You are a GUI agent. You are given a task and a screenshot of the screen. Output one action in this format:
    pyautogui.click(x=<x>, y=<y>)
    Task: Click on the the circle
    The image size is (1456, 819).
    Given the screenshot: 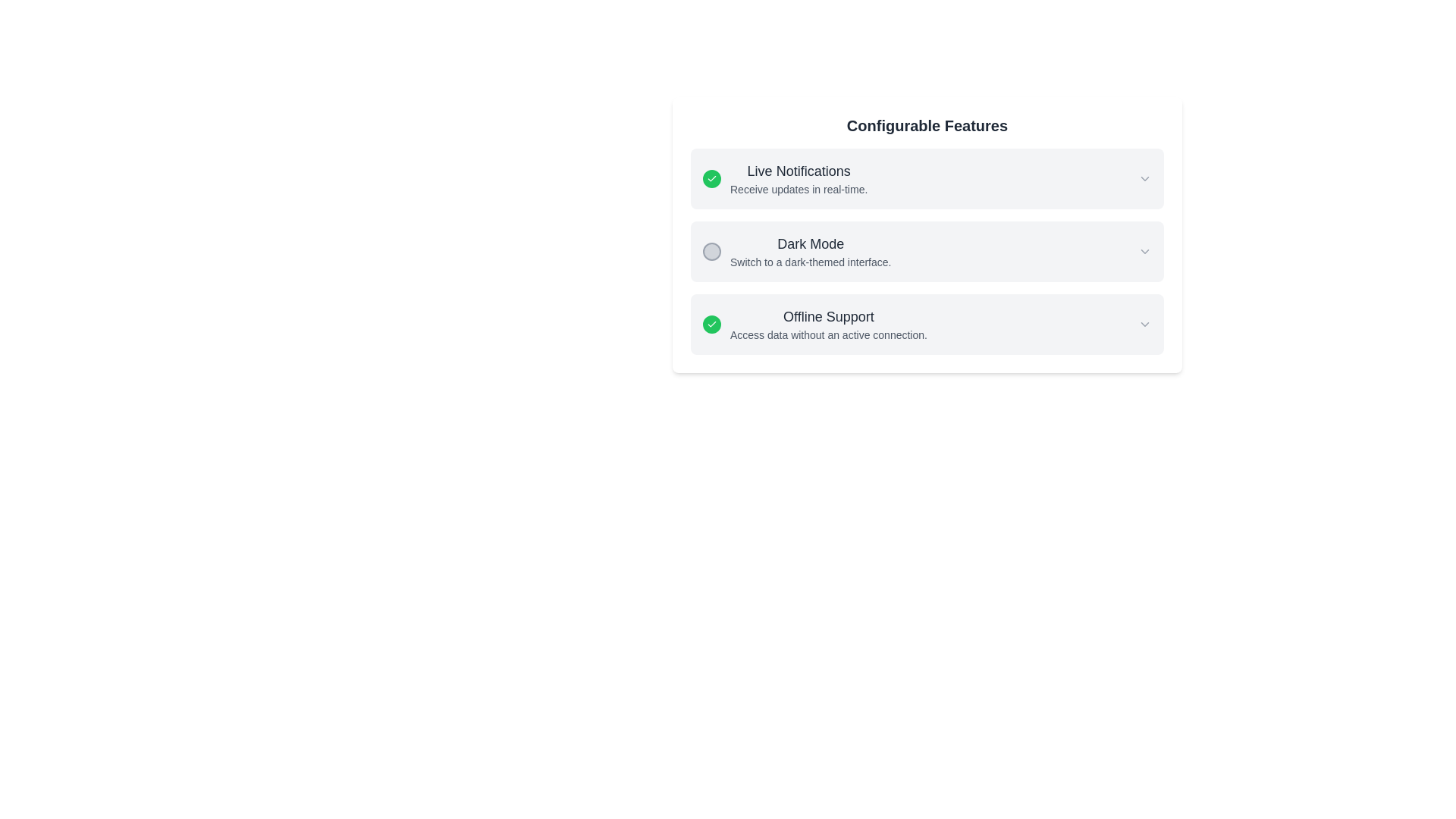 What is the action you would take?
    pyautogui.click(x=927, y=234)
    